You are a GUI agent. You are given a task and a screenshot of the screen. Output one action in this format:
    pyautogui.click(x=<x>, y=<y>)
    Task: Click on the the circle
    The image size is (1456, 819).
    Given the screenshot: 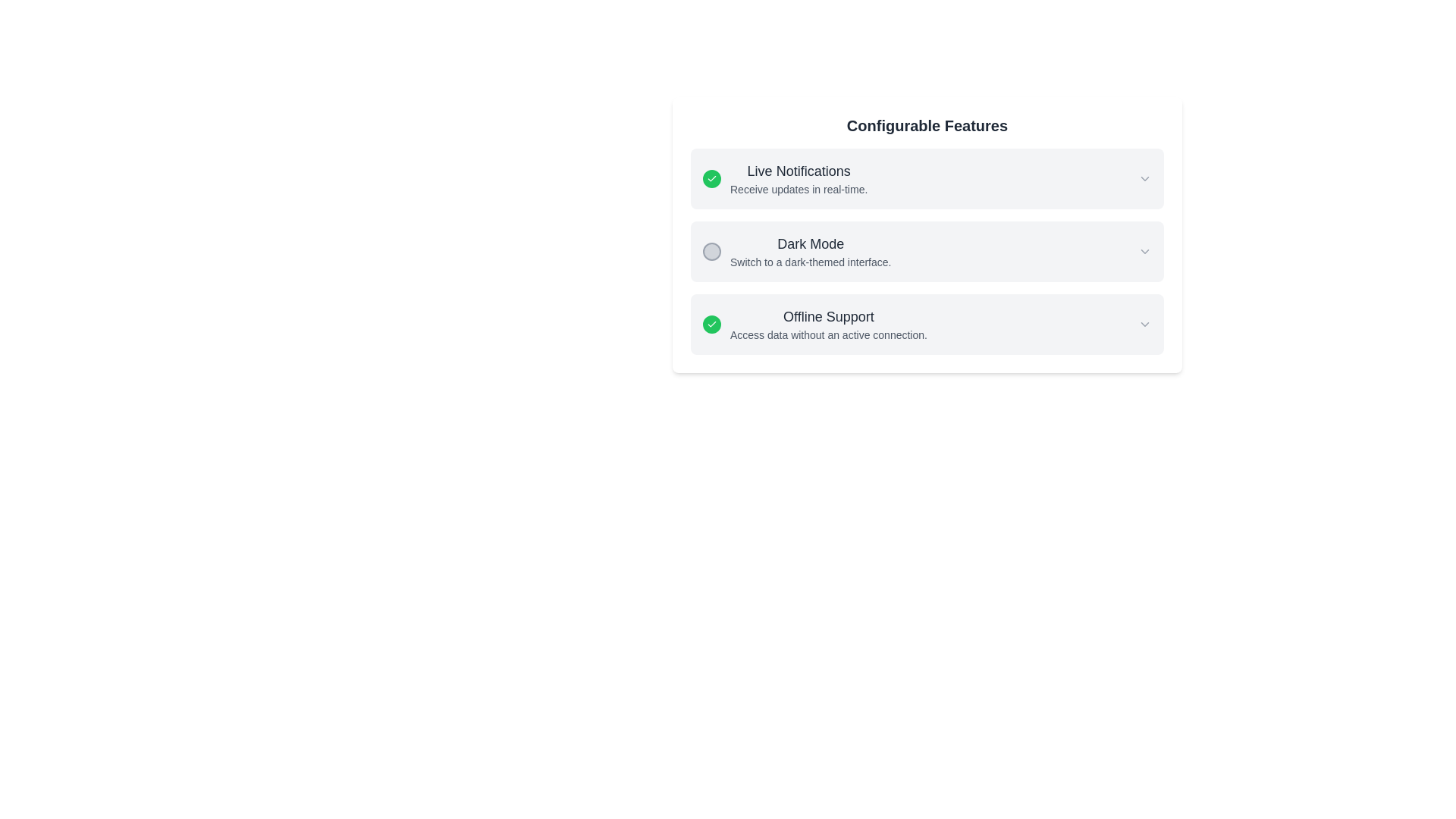 What is the action you would take?
    pyautogui.click(x=927, y=234)
    